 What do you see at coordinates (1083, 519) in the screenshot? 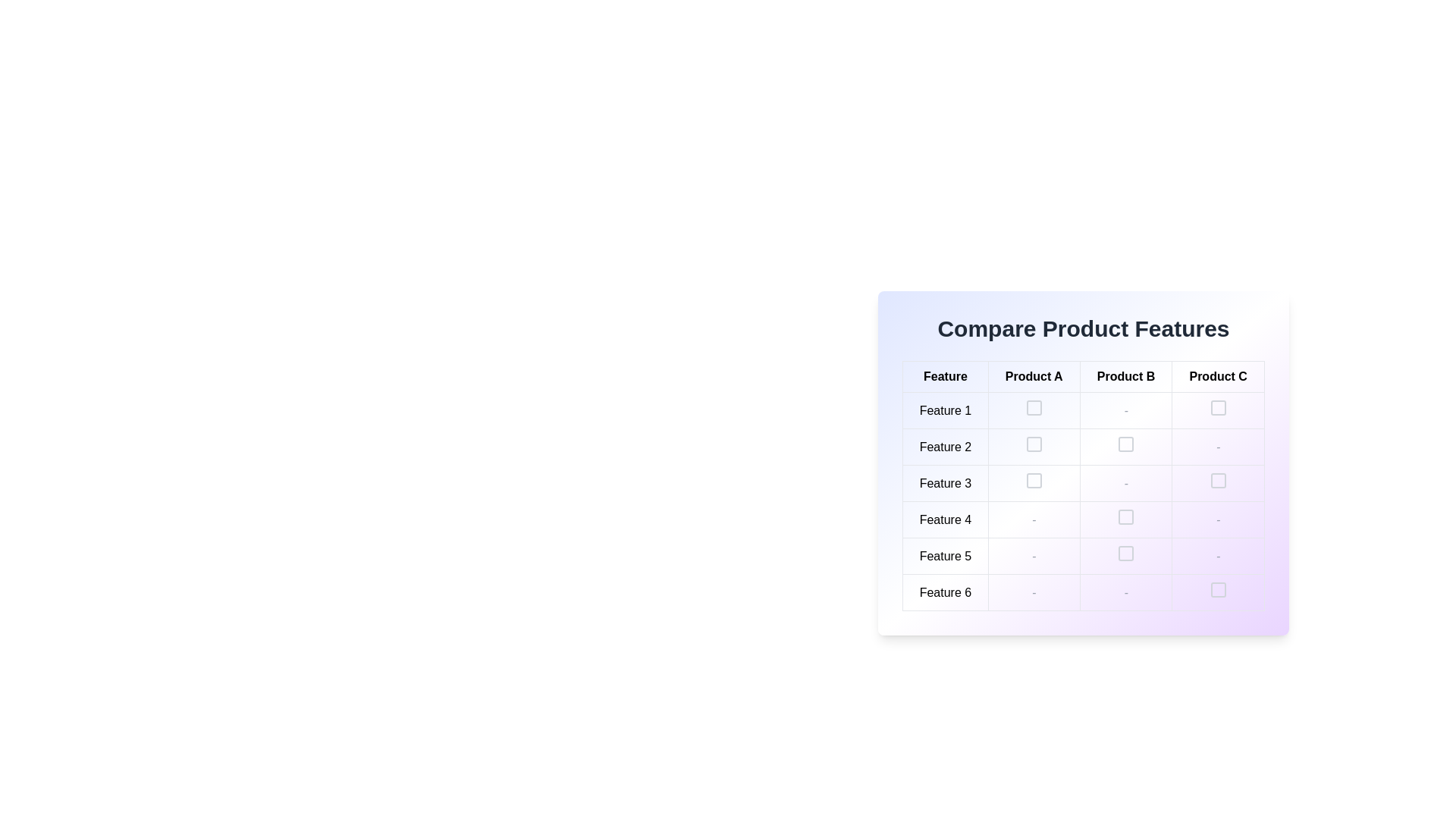
I see `the interactive parts of the fourth row in the 'Compare Product Features' table, which presents 'Feature 4' and related product information` at bounding box center [1083, 519].